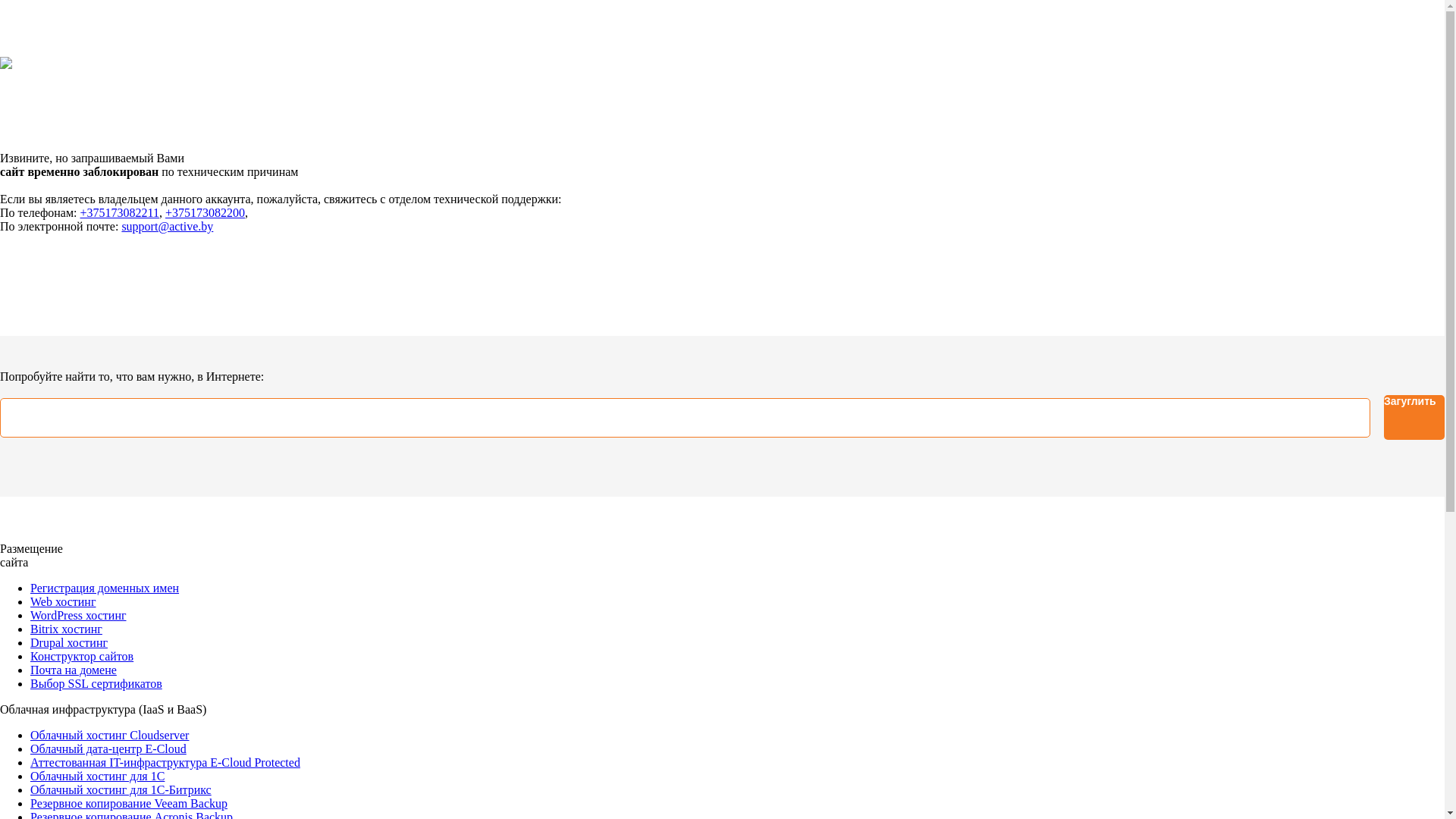 The image size is (1456, 819). I want to click on '+375173082200', so click(204, 212).